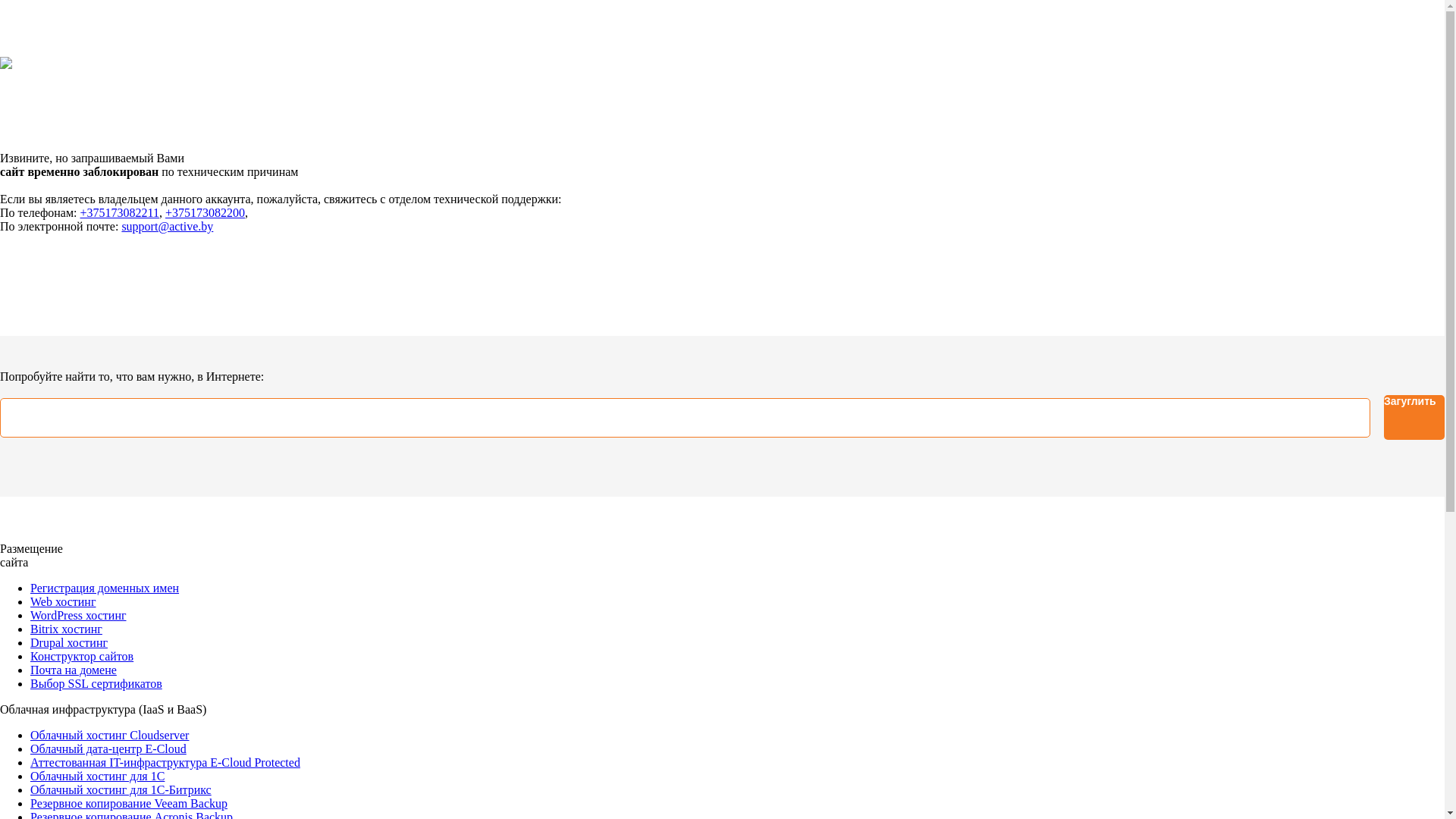 The image size is (1456, 819). I want to click on '+375173082200', so click(204, 212).